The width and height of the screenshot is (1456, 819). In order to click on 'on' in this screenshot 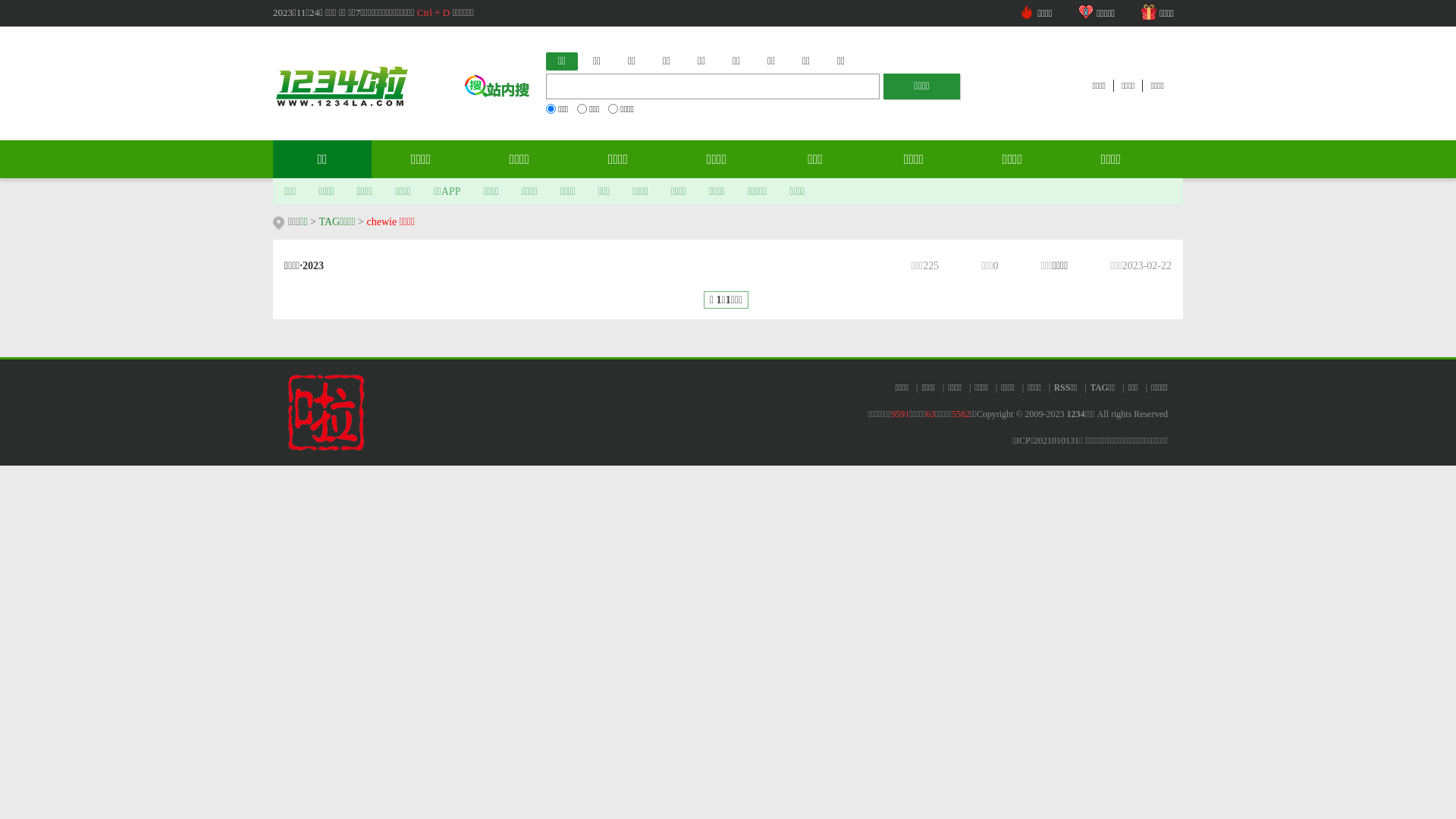, I will do `click(613, 108)`.